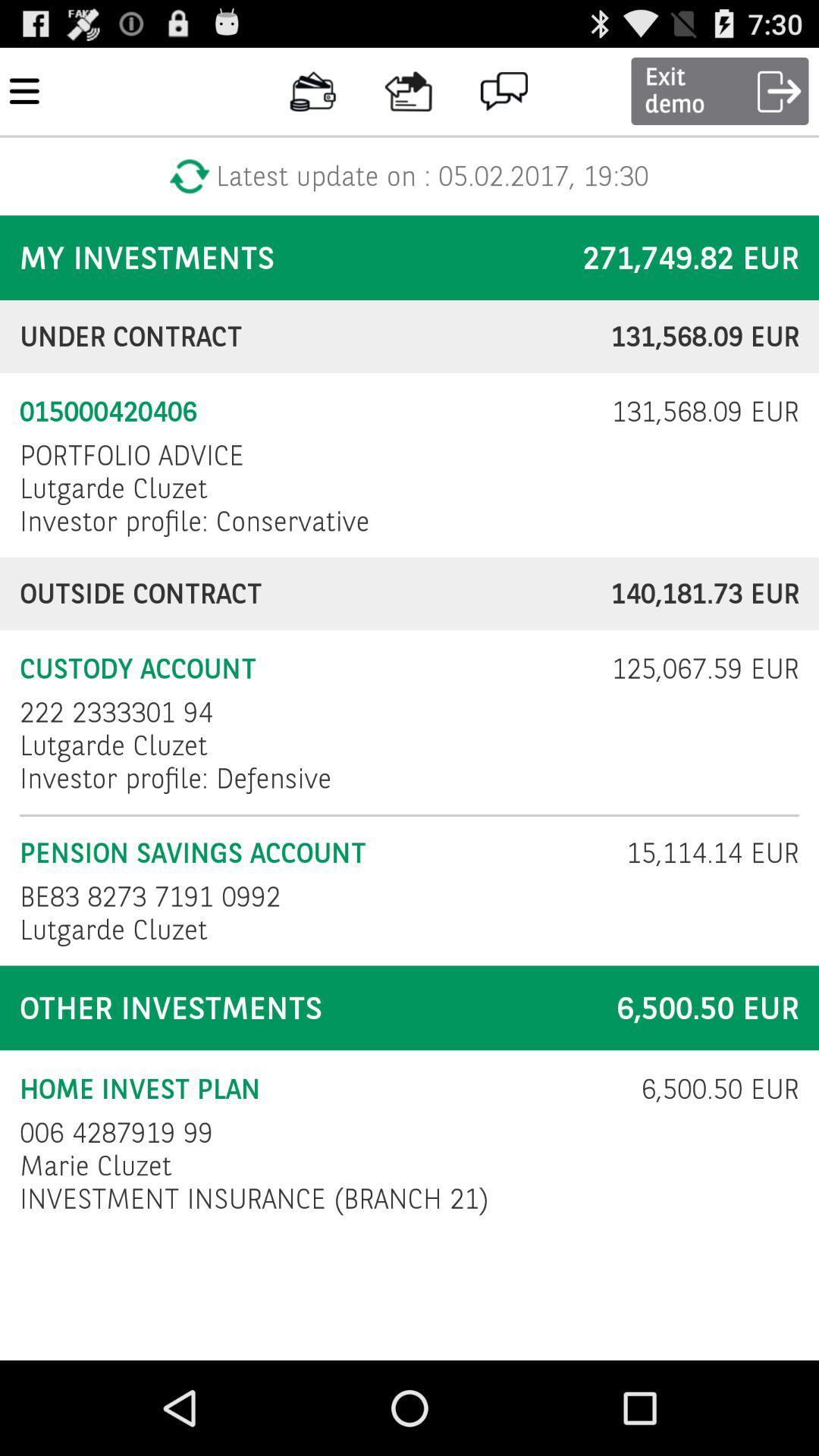  What do you see at coordinates (702, 852) in the screenshot?
I see `the 15 114 14 item` at bounding box center [702, 852].